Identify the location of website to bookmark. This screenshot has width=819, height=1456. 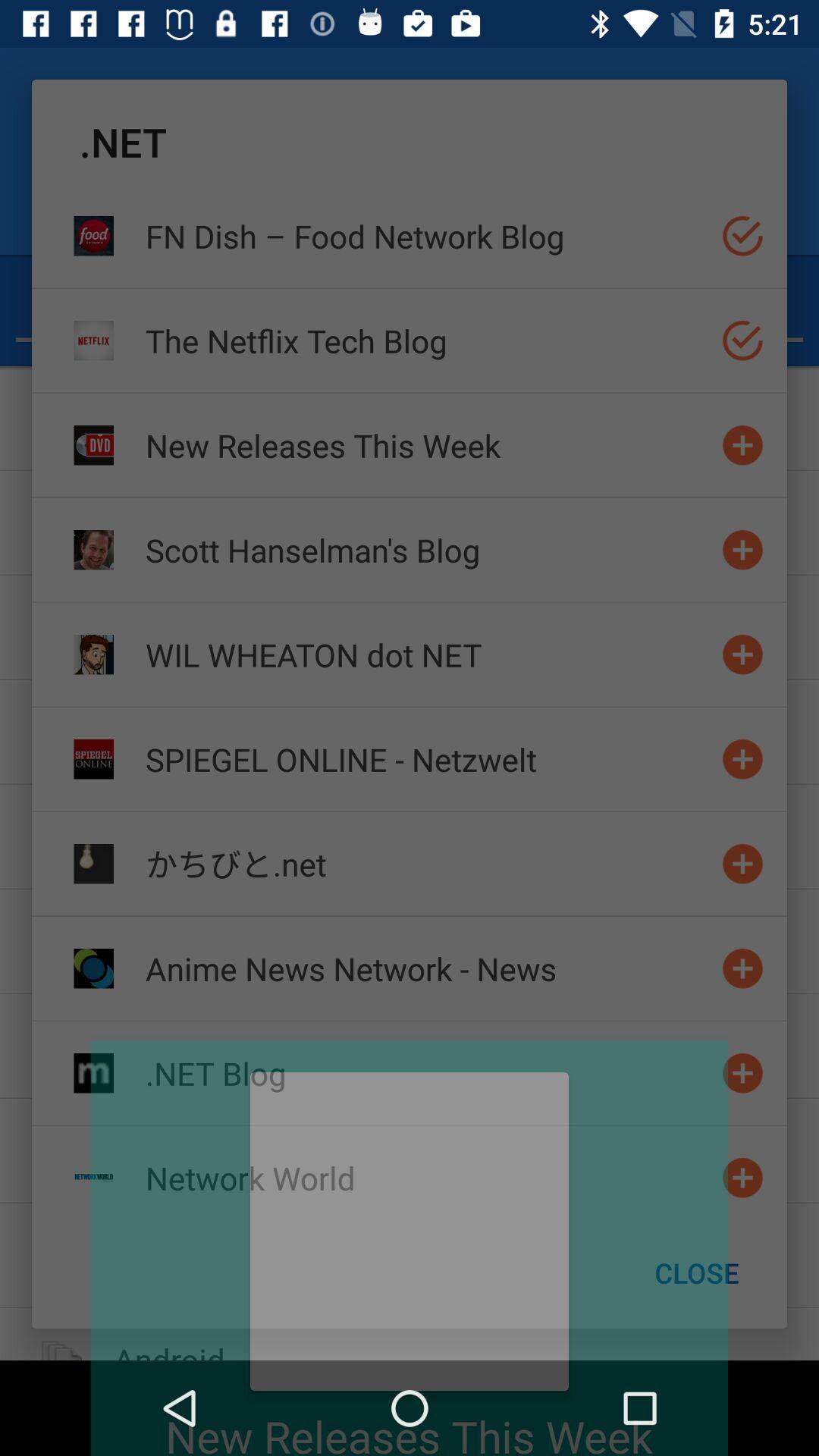
(742, 1072).